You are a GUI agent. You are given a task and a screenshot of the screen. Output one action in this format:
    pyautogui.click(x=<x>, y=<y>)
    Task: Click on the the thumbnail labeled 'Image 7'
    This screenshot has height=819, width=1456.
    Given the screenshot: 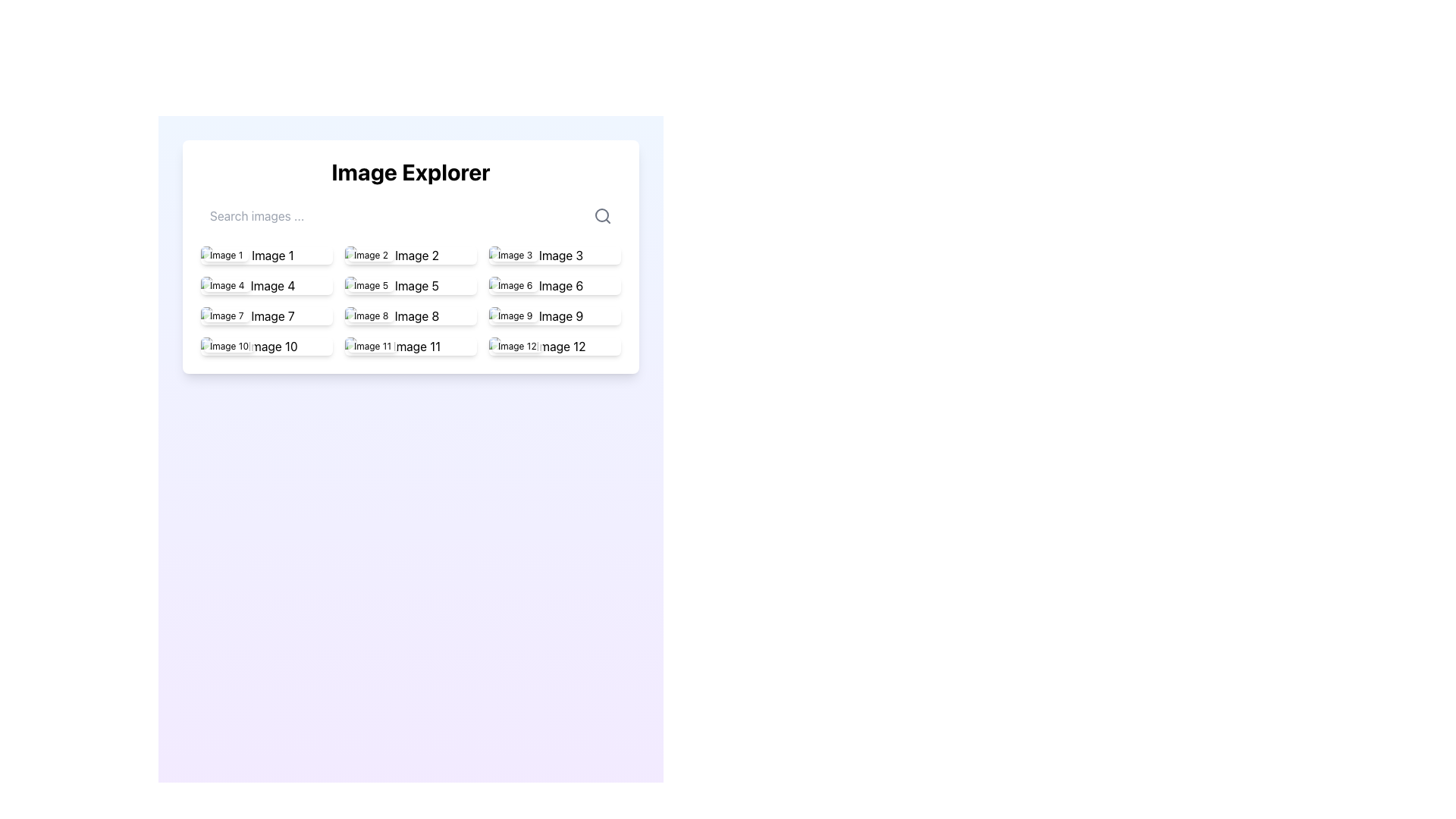 What is the action you would take?
    pyautogui.click(x=266, y=315)
    